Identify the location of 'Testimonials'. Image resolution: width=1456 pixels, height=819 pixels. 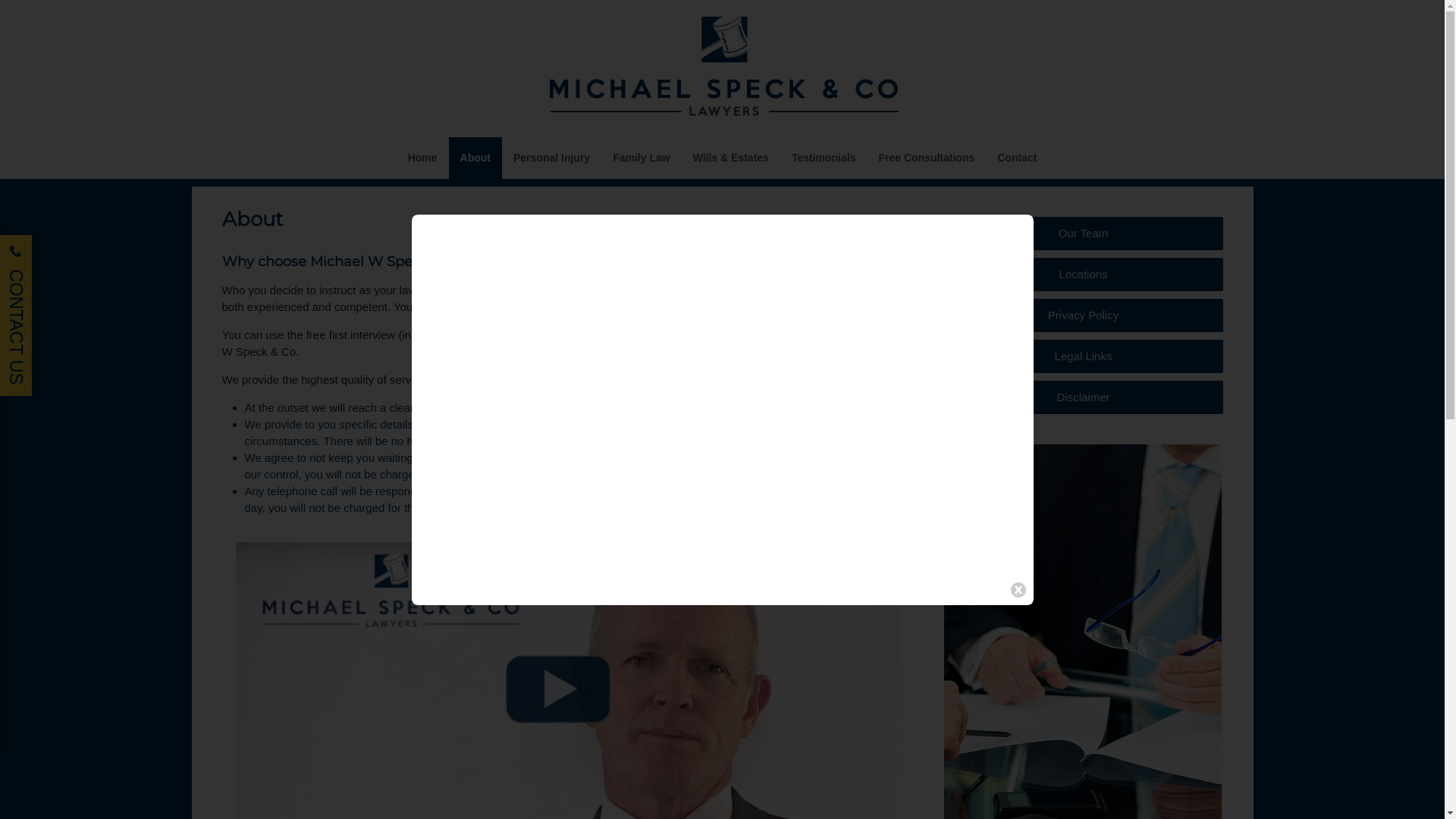
(823, 158).